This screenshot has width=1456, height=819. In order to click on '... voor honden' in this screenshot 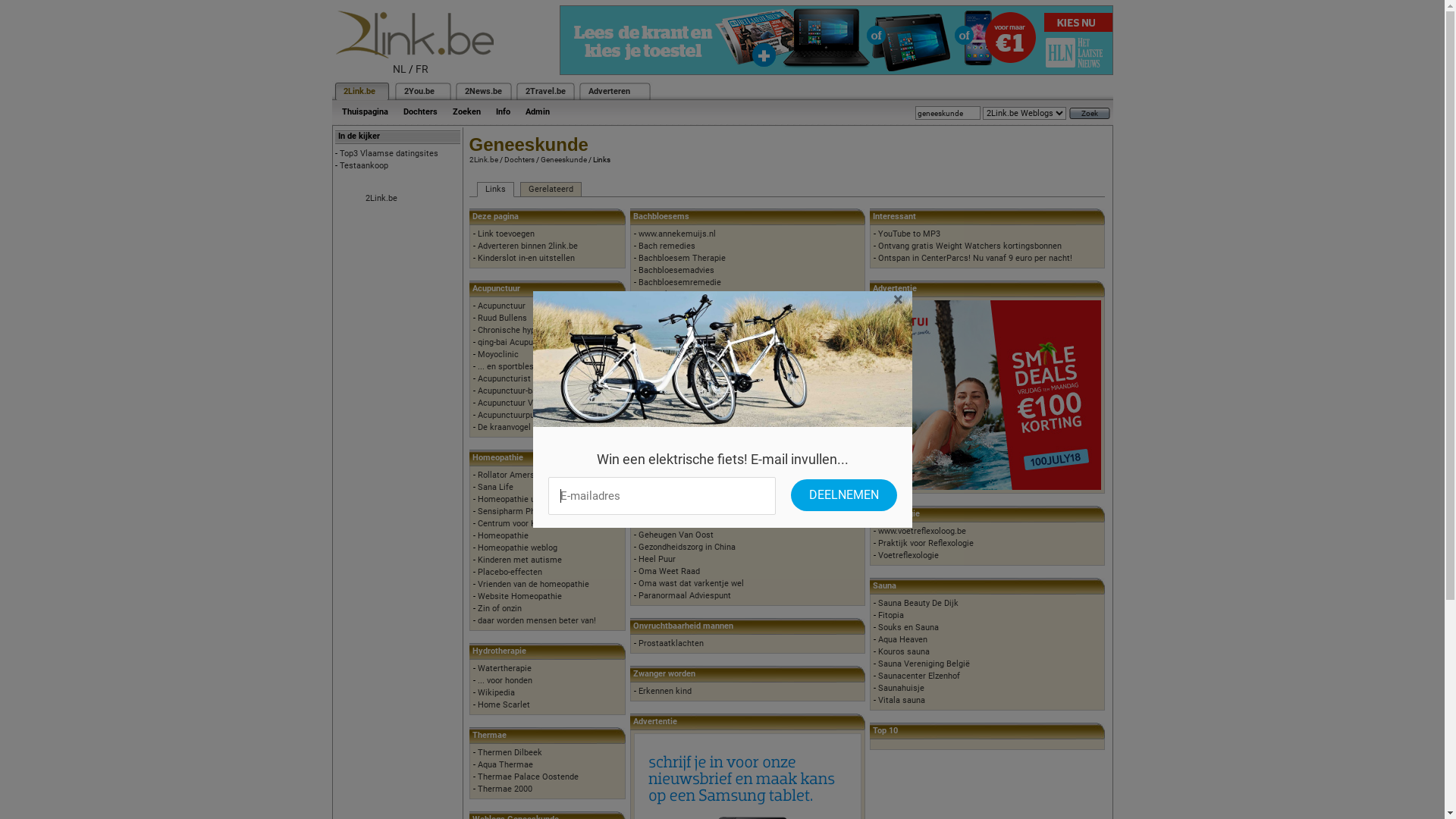, I will do `click(505, 679)`.